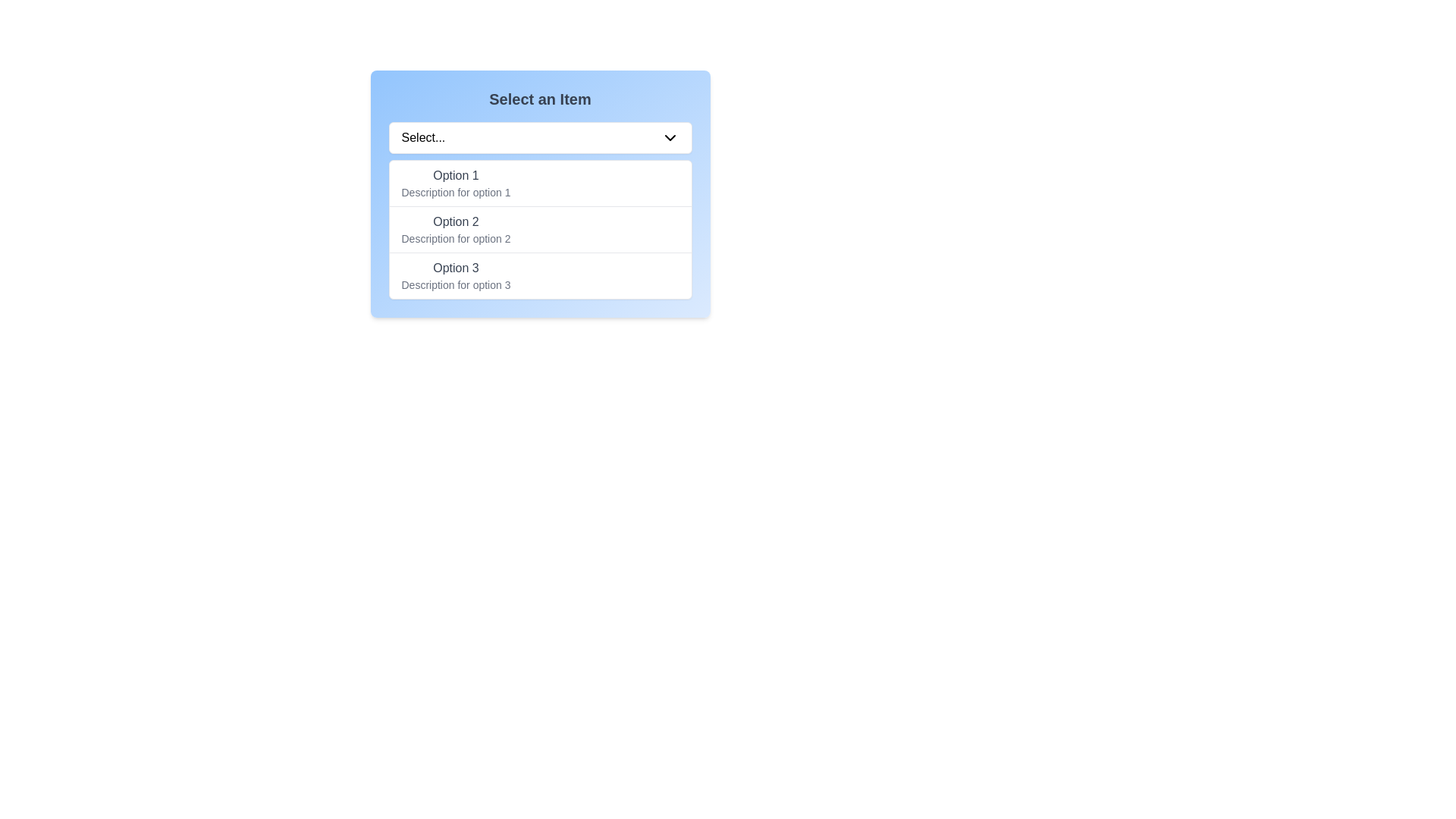 This screenshot has height=819, width=1456. I want to click on text from the first selectable option's label located in the dropdown interface, positioned above its description and adjacent to other options, so click(455, 174).